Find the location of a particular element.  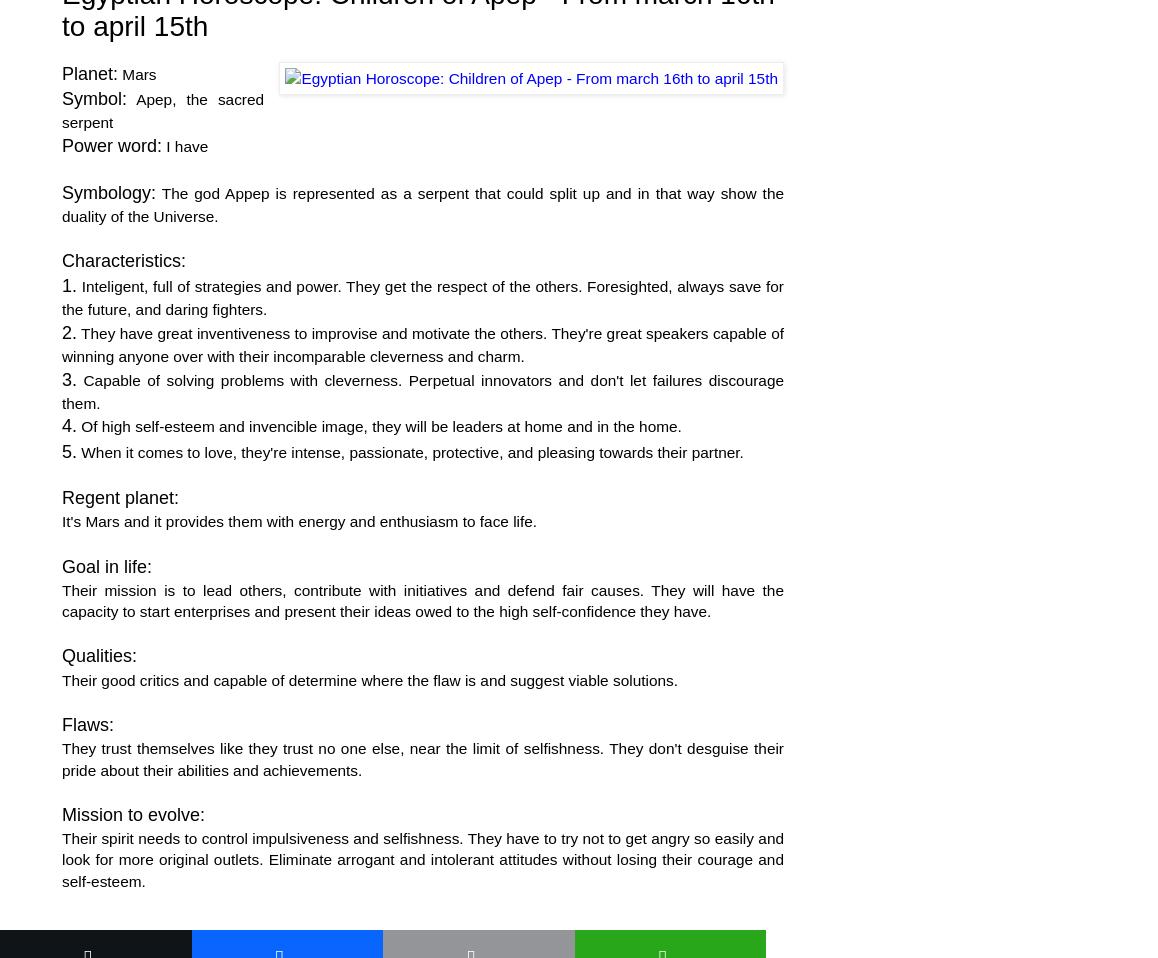

'Inteligent, full of strategies and power. They get the respect of the others. Foresighted, always save for the future, and daring fighters.' is located at coordinates (61, 298).